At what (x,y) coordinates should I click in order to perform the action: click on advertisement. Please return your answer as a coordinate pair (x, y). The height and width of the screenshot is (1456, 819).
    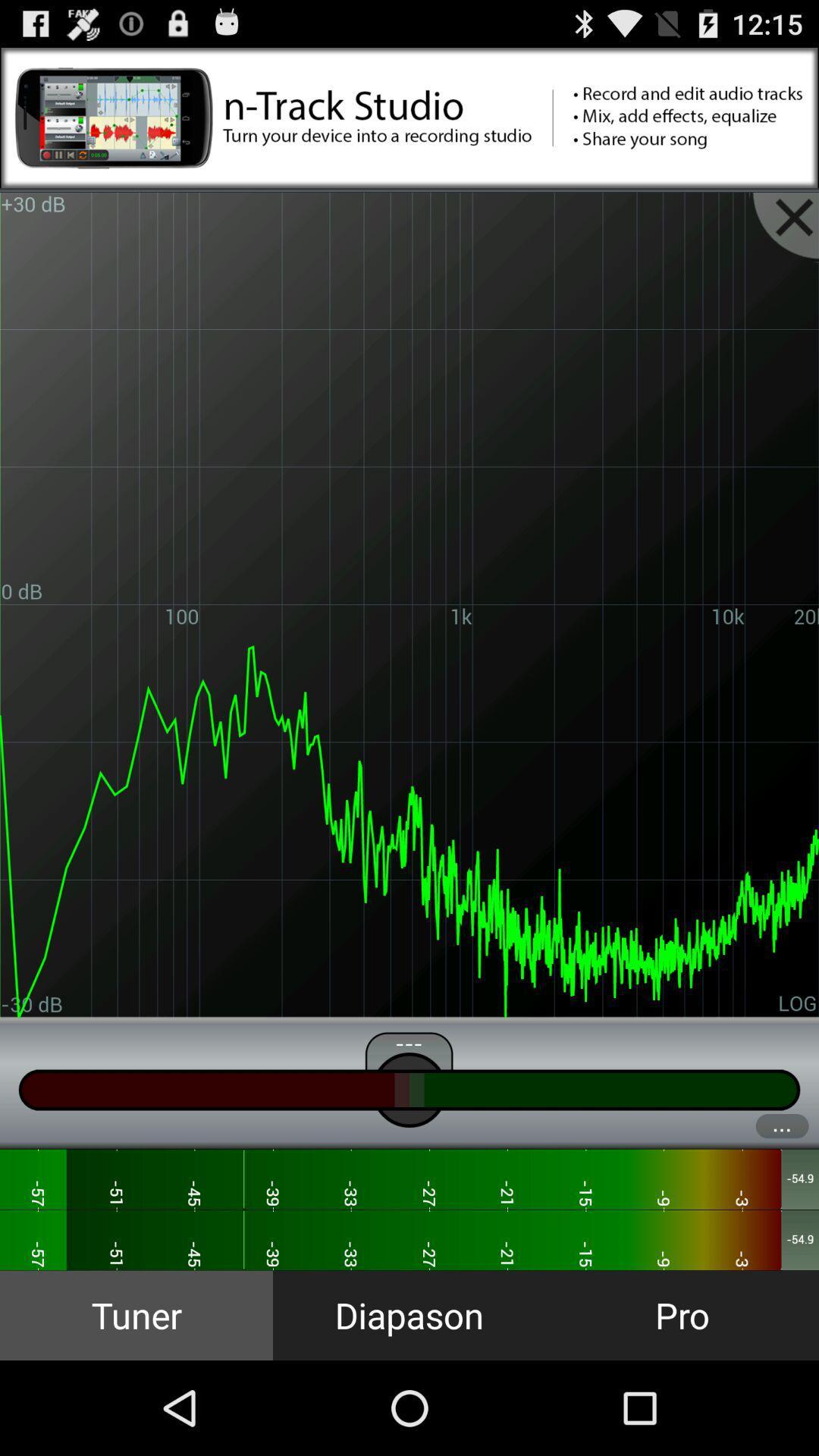
    Looking at the image, I should click on (409, 117).